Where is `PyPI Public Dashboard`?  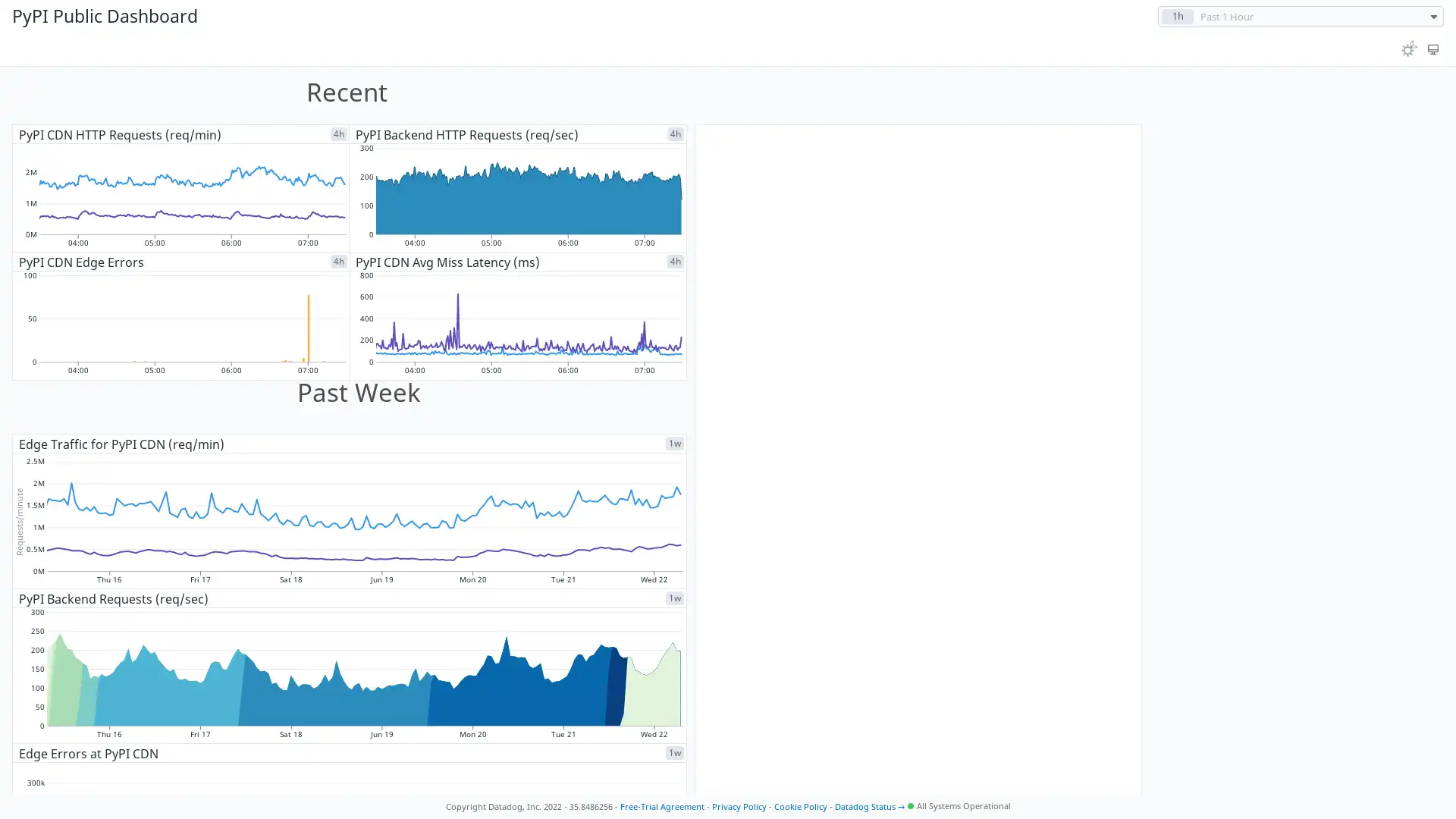 PyPI Public Dashboard is located at coordinates (107, 15).